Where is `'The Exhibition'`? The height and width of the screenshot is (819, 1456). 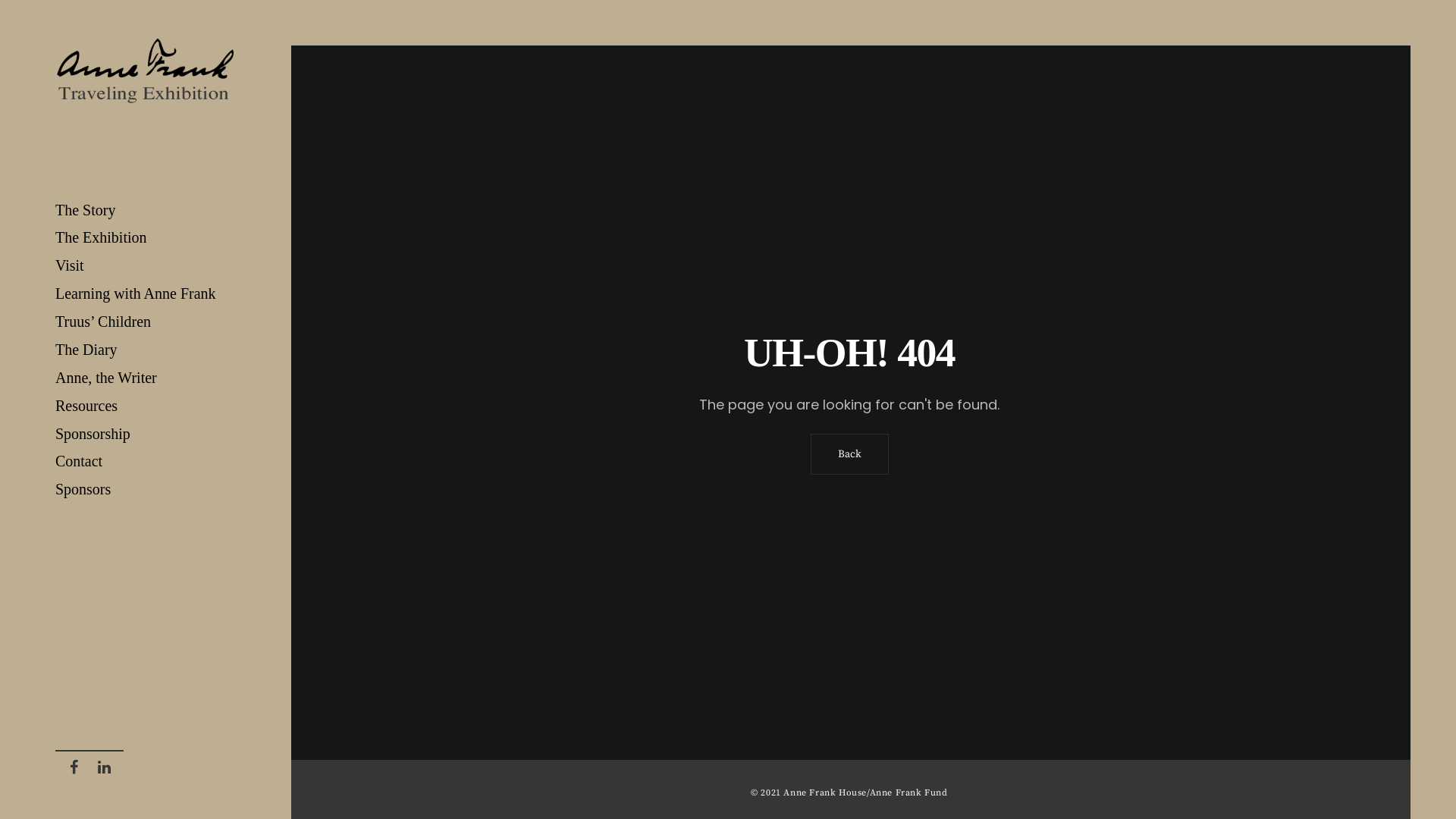 'The Exhibition' is located at coordinates (146, 237).